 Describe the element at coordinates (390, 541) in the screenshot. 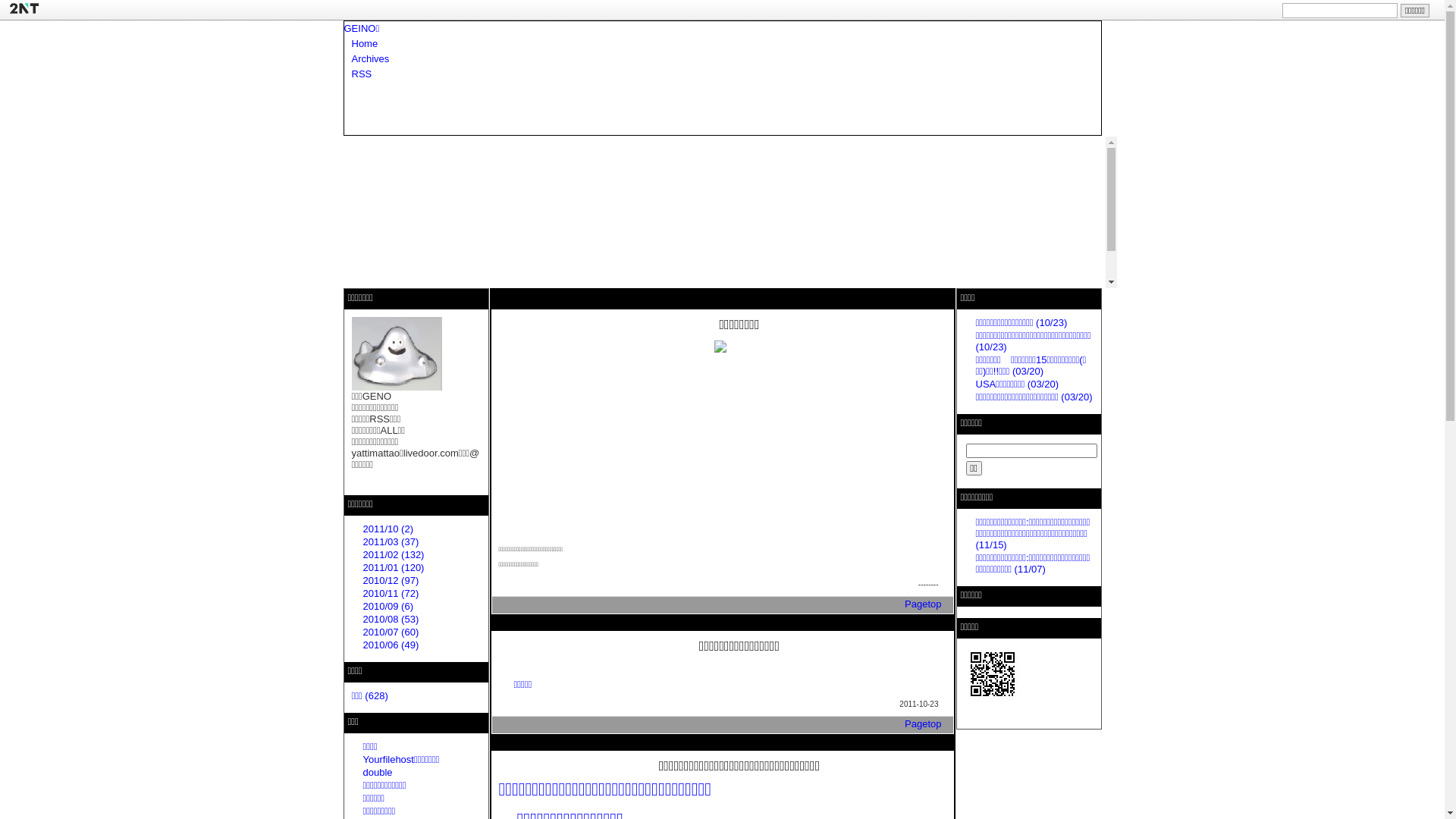

I see `'2011/03 (37)'` at that location.